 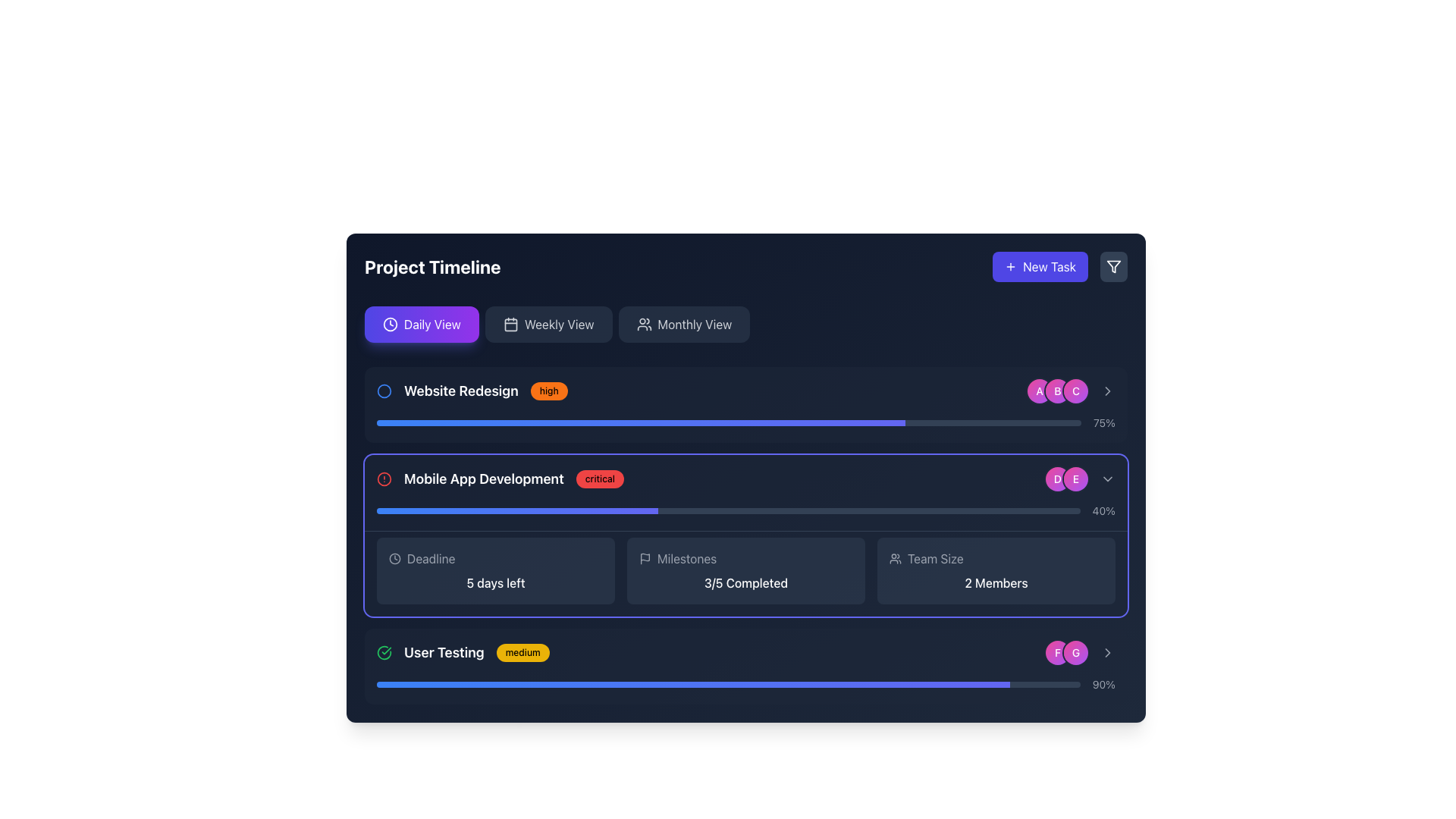 I want to click on the progress value, so click(x=896, y=684).